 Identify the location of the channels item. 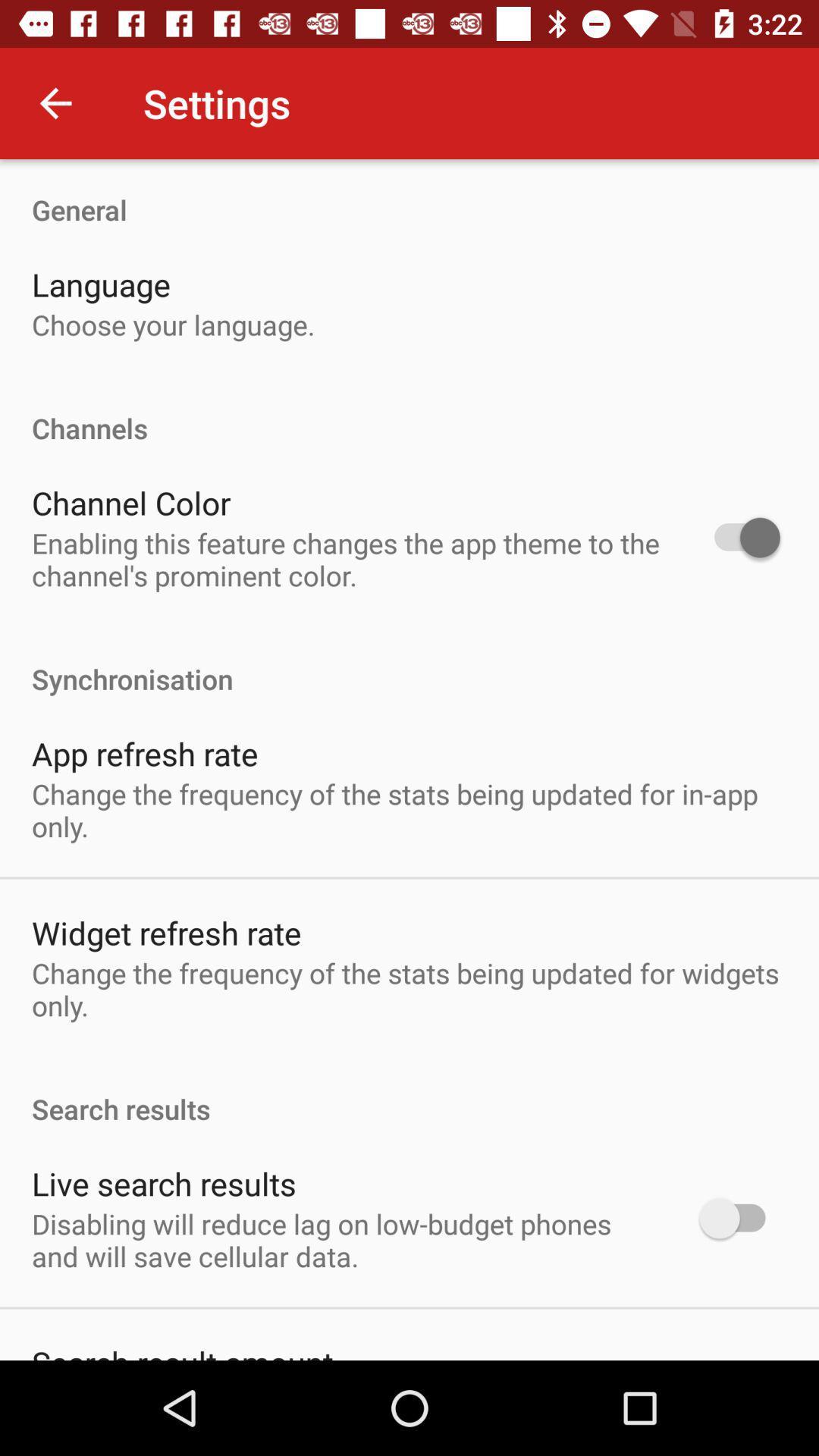
(409, 412).